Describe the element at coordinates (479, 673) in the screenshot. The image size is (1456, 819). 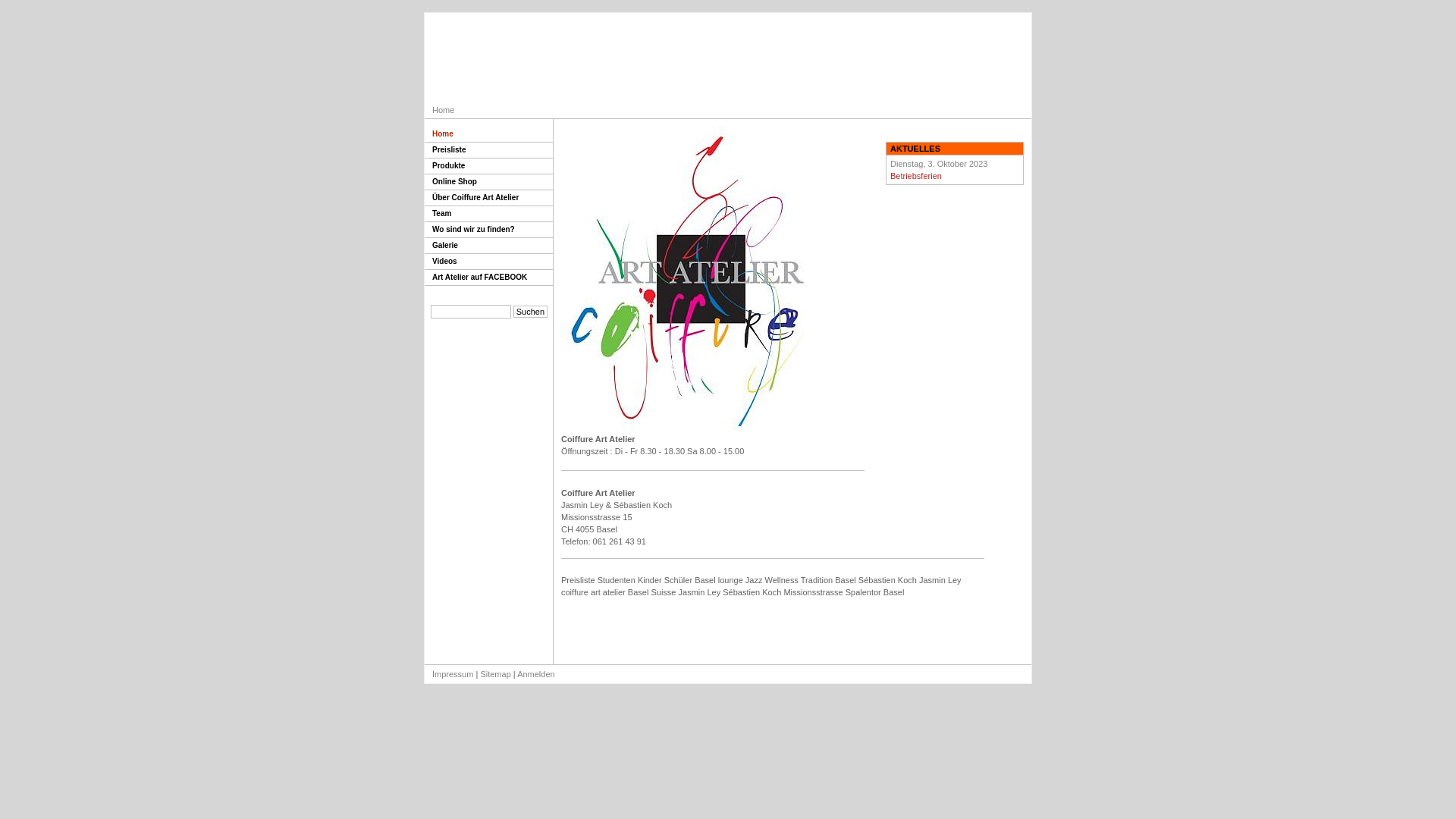
I see `'Sitemap'` at that location.